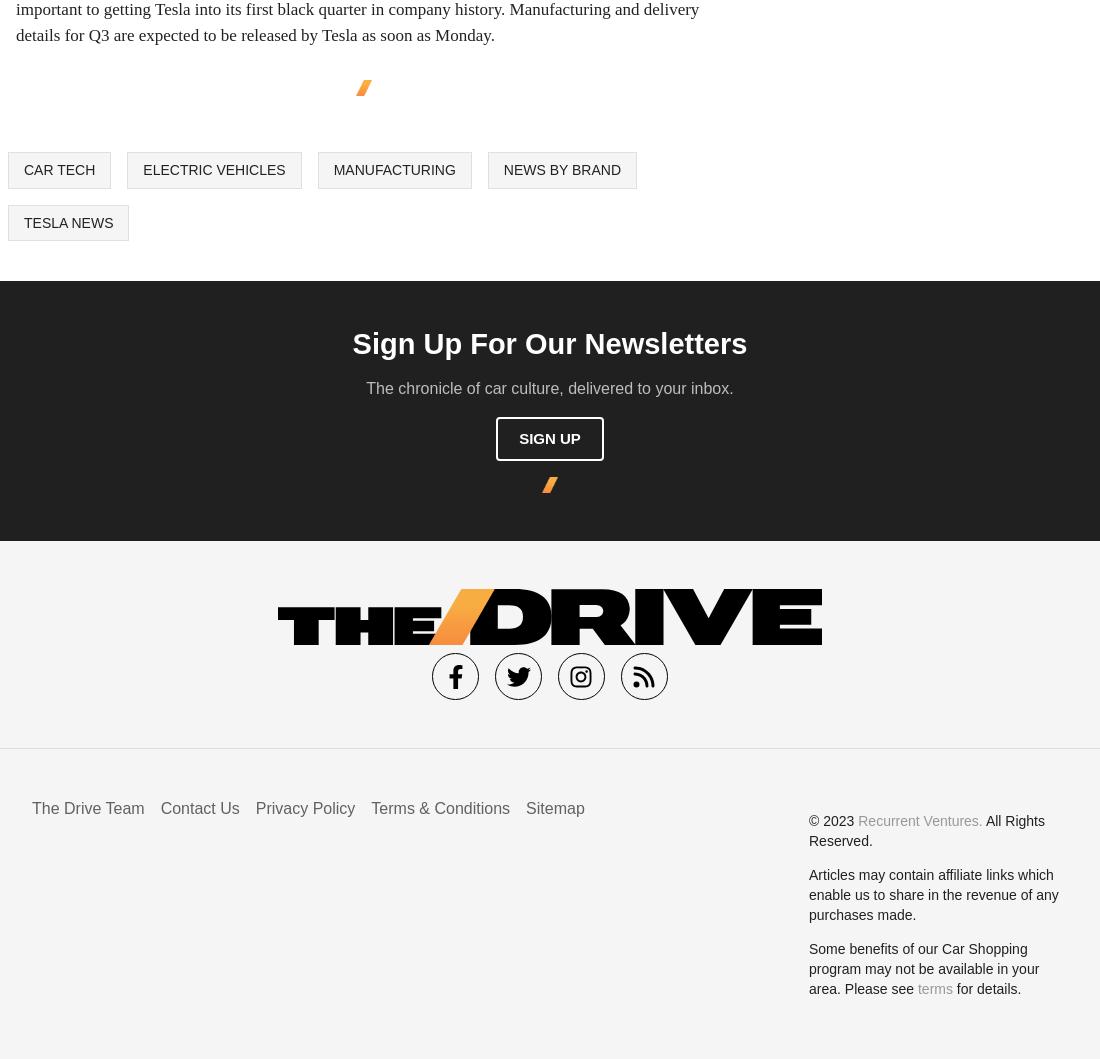 Image resolution: width=1100 pixels, height=1059 pixels. I want to click on 'Electric Vehicles', so click(213, 168).